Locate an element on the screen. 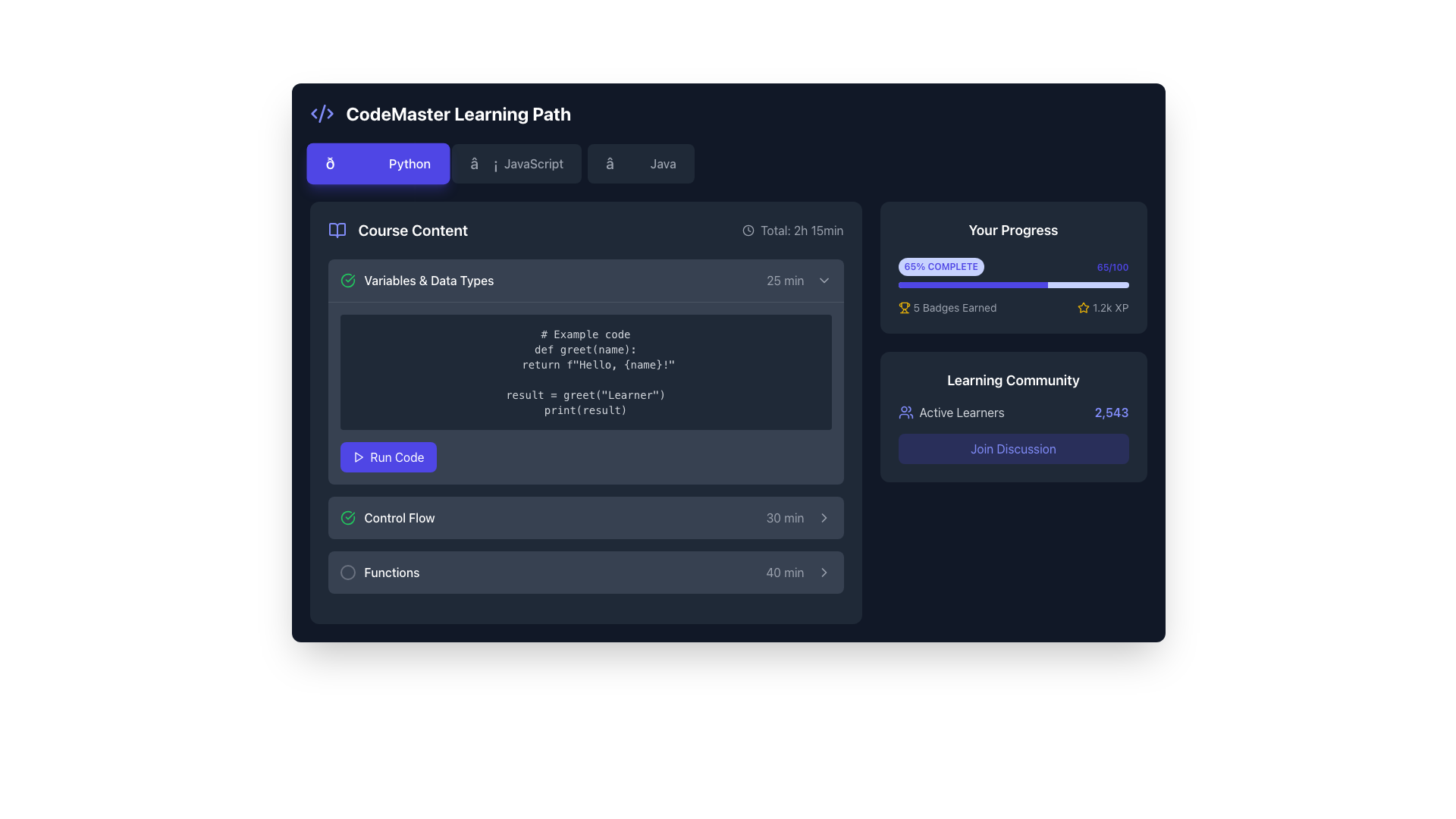 This screenshot has height=819, width=1456. text label displaying the time duration 'Total: 2h 15min' located in the top-right corner of the 'Course Content' section, adjacent to a clock icon is located at coordinates (801, 231).